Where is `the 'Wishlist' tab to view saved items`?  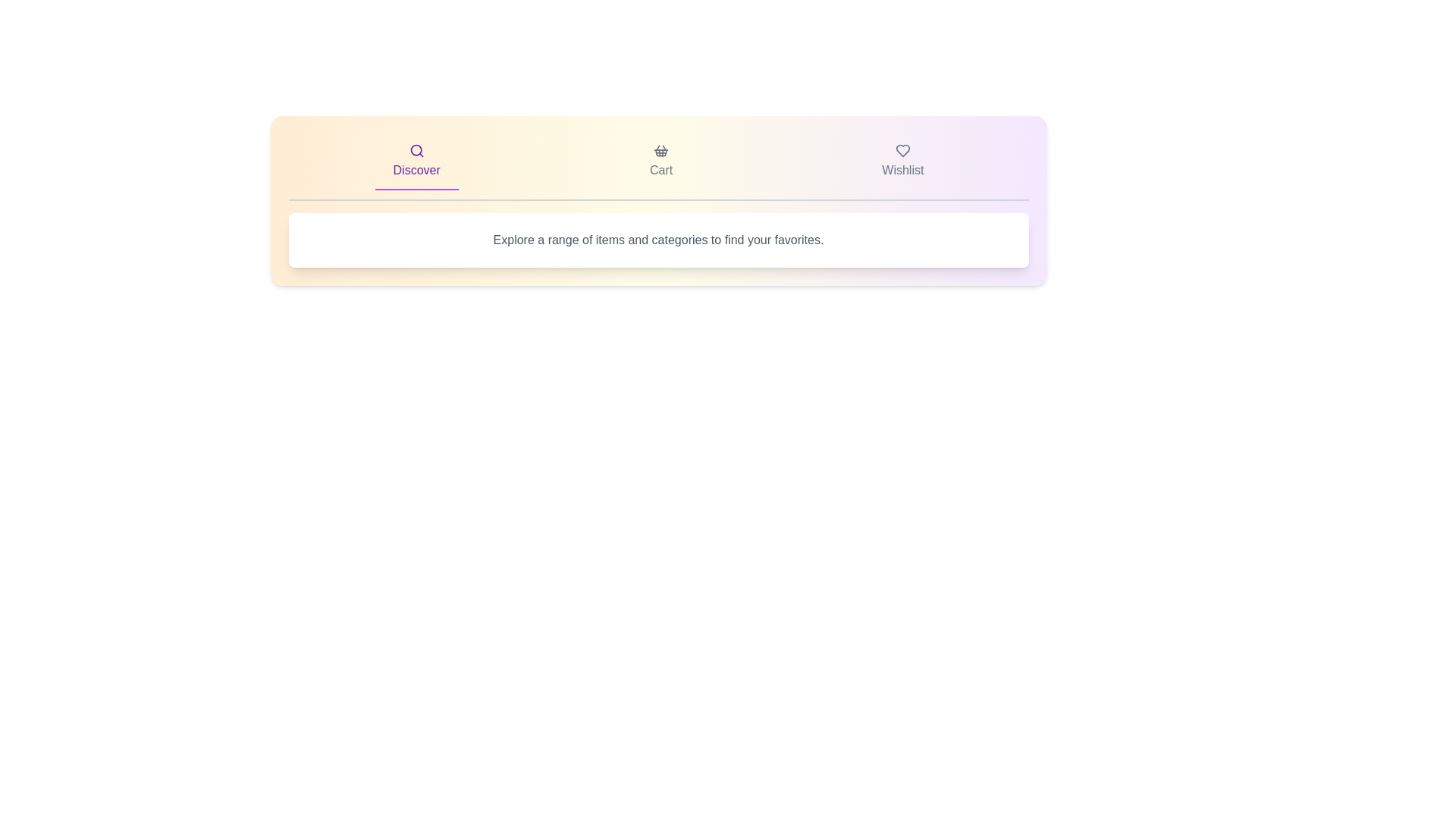 the 'Wishlist' tab to view saved items is located at coordinates (902, 162).